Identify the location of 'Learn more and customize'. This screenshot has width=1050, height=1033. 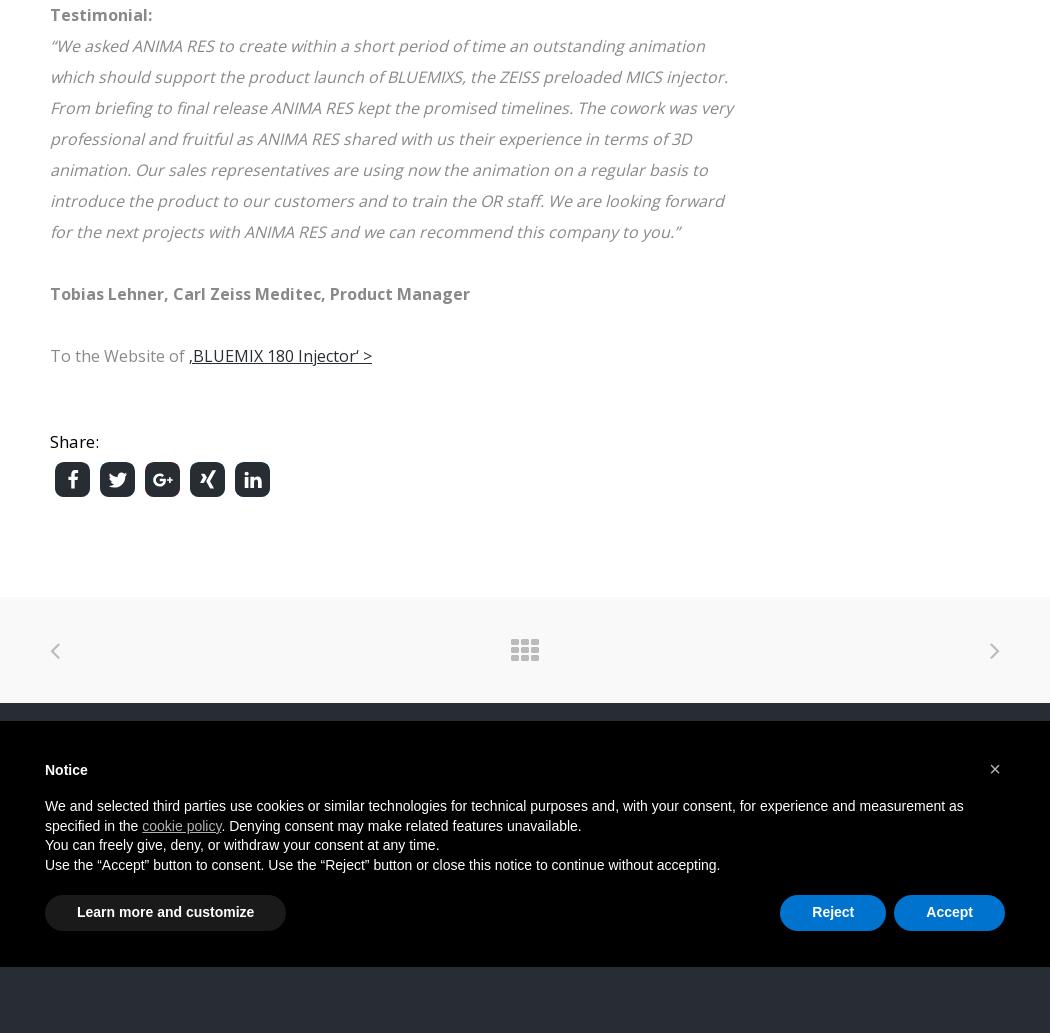
(165, 911).